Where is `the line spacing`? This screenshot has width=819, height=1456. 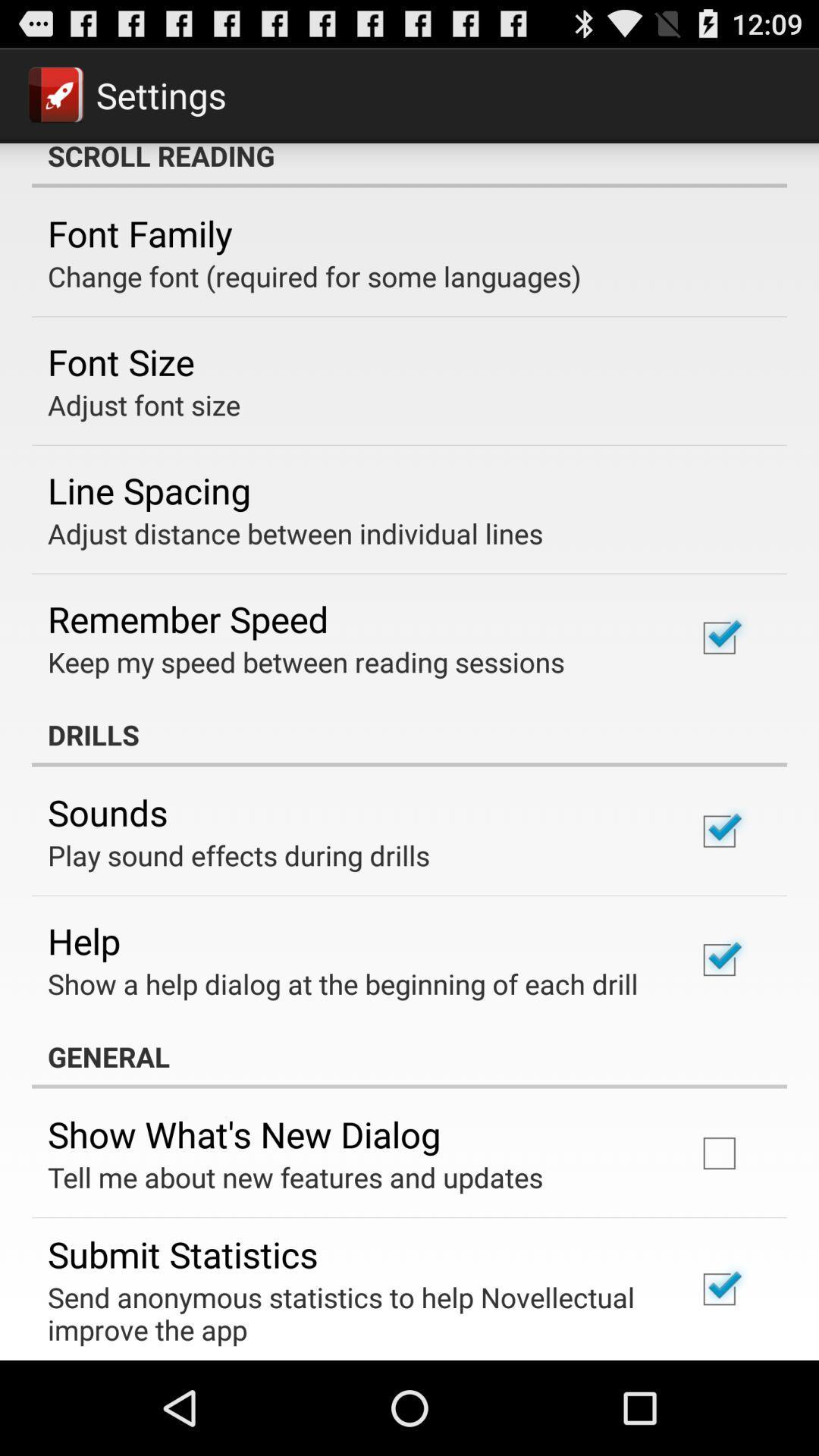
the line spacing is located at coordinates (149, 490).